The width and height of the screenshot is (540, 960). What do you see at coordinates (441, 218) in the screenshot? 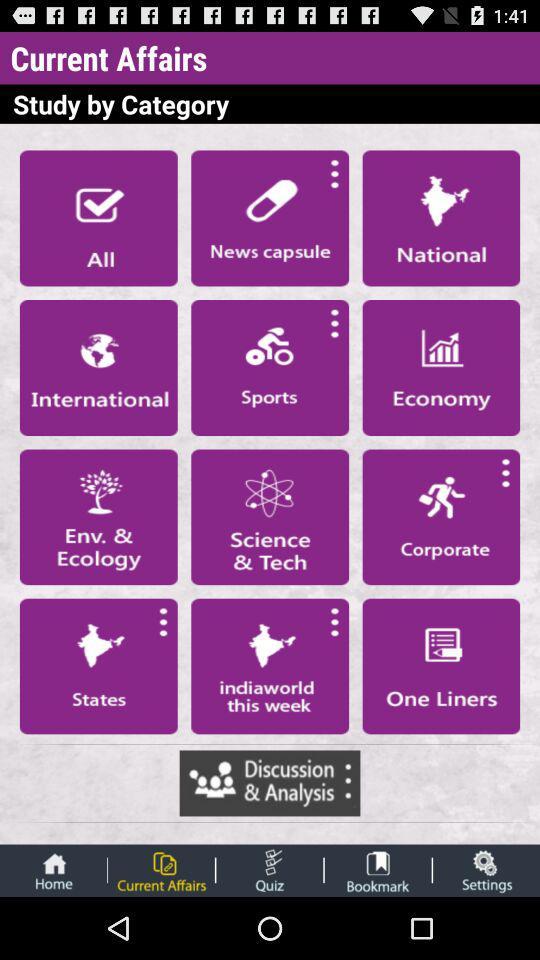
I see `study national` at bounding box center [441, 218].